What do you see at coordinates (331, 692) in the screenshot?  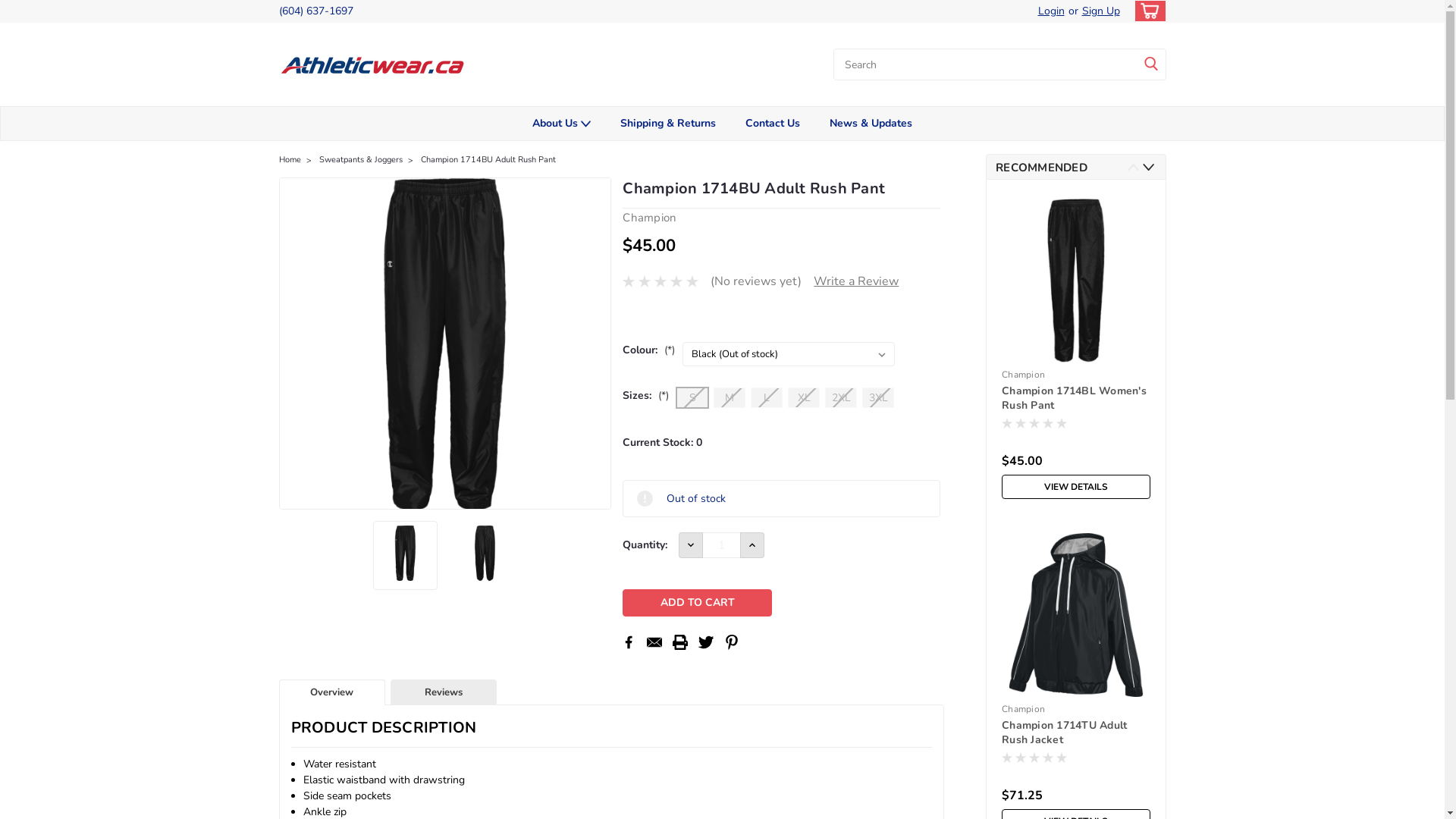 I see `'Overview'` at bounding box center [331, 692].